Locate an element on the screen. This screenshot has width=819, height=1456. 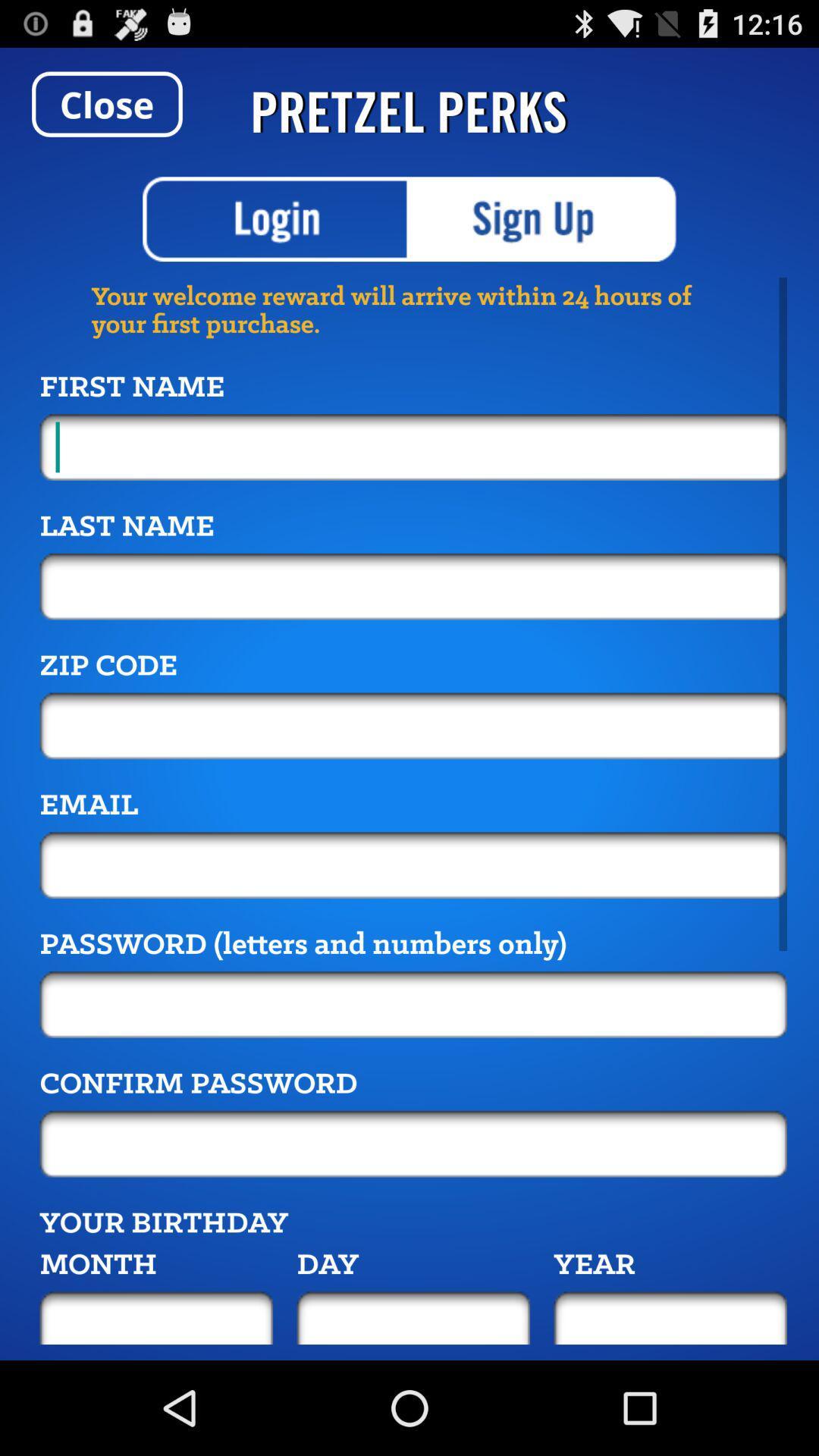
birthday month is located at coordinates (156, 1317).